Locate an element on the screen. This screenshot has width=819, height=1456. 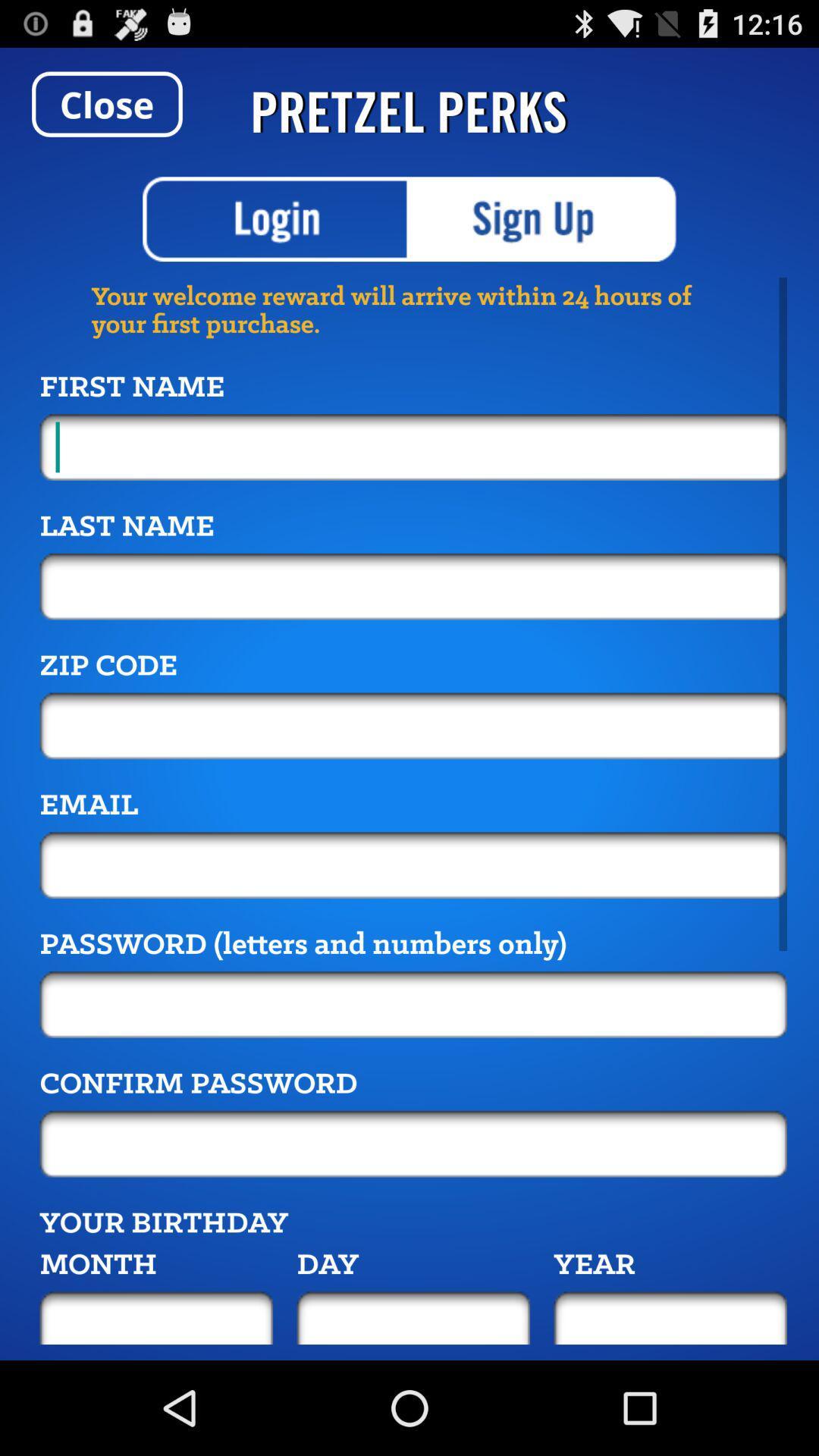
birthday month is located at coordinates (156, 1317).